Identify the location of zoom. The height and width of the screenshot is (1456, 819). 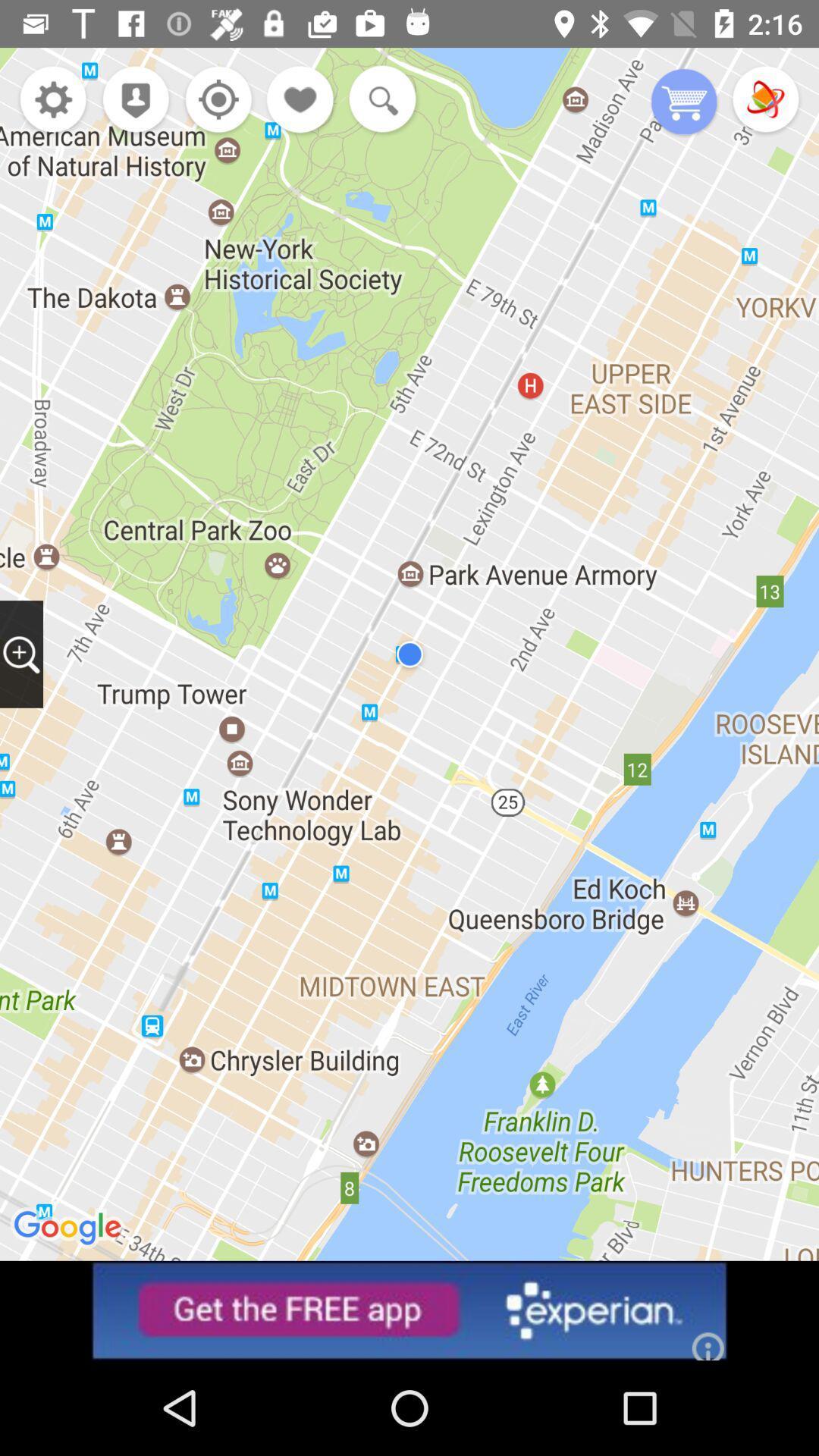
(21, 654).